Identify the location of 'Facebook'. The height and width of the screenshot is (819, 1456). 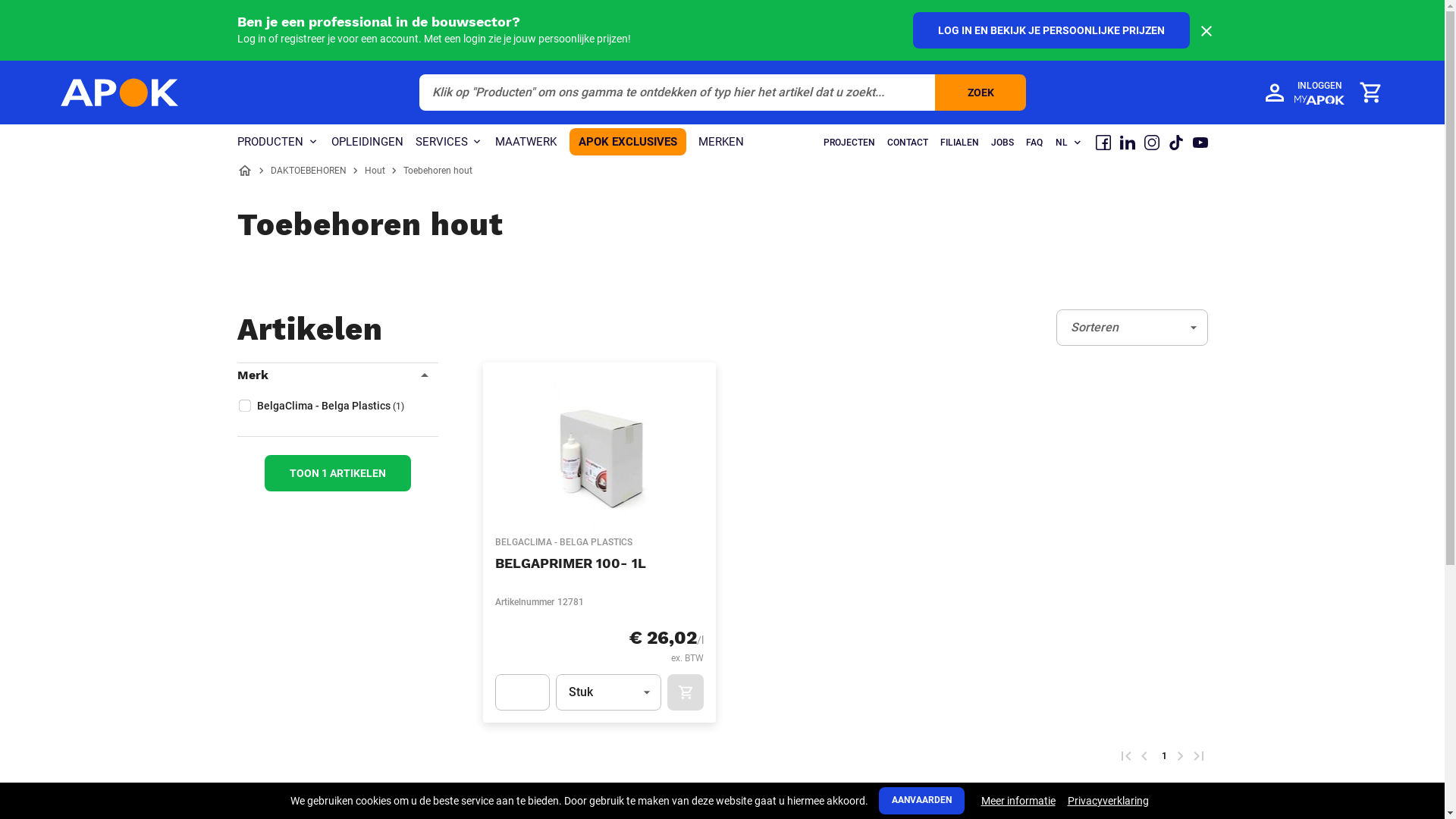
(1103, 143).